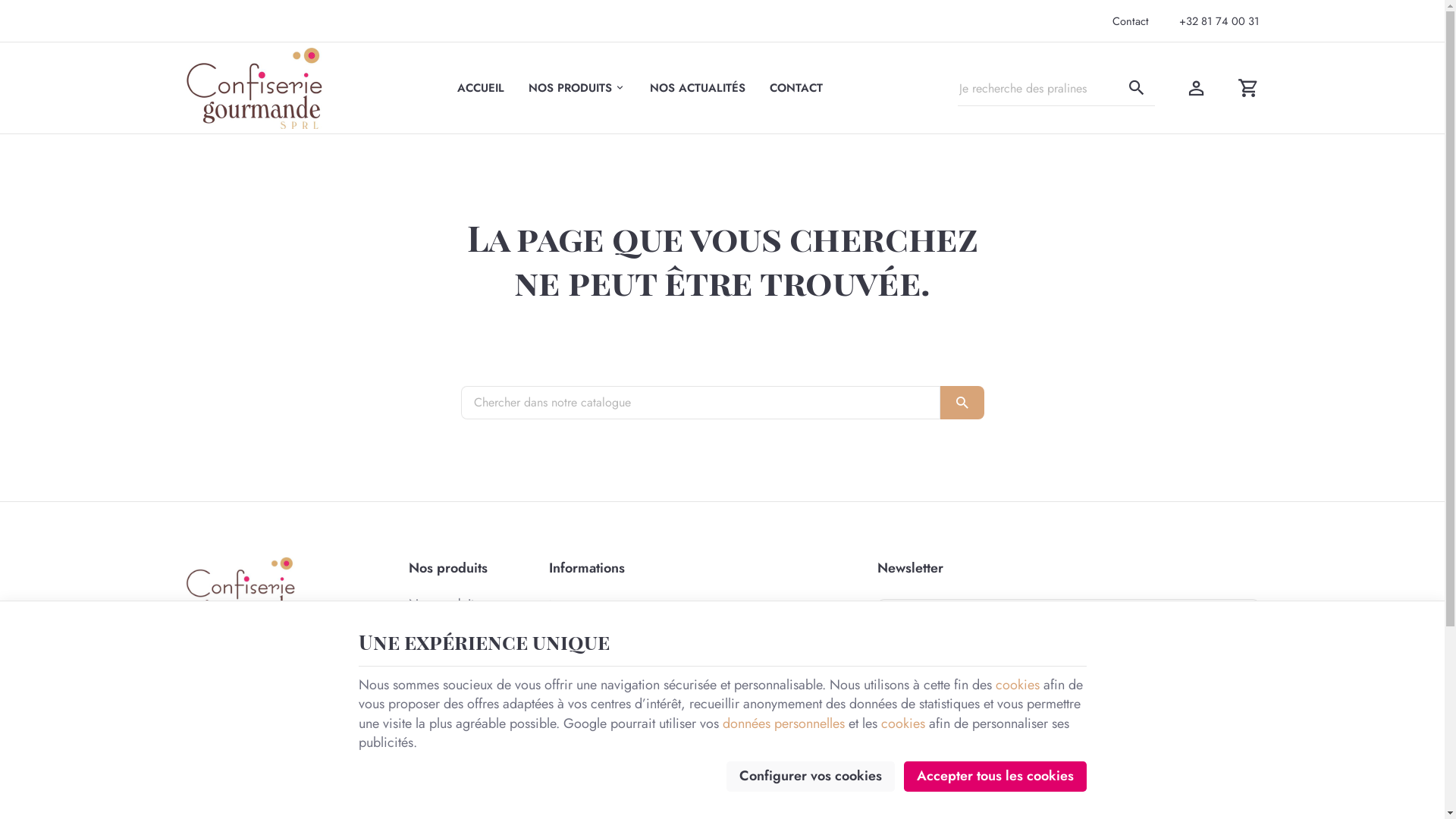 Image resolution: width=1456 pixels, height=819 pixels. What do you see at coordinates (1219, 20) in the screenshot?
I see `'+32 81 74 00 31'` at bounding box center [1219, 20].